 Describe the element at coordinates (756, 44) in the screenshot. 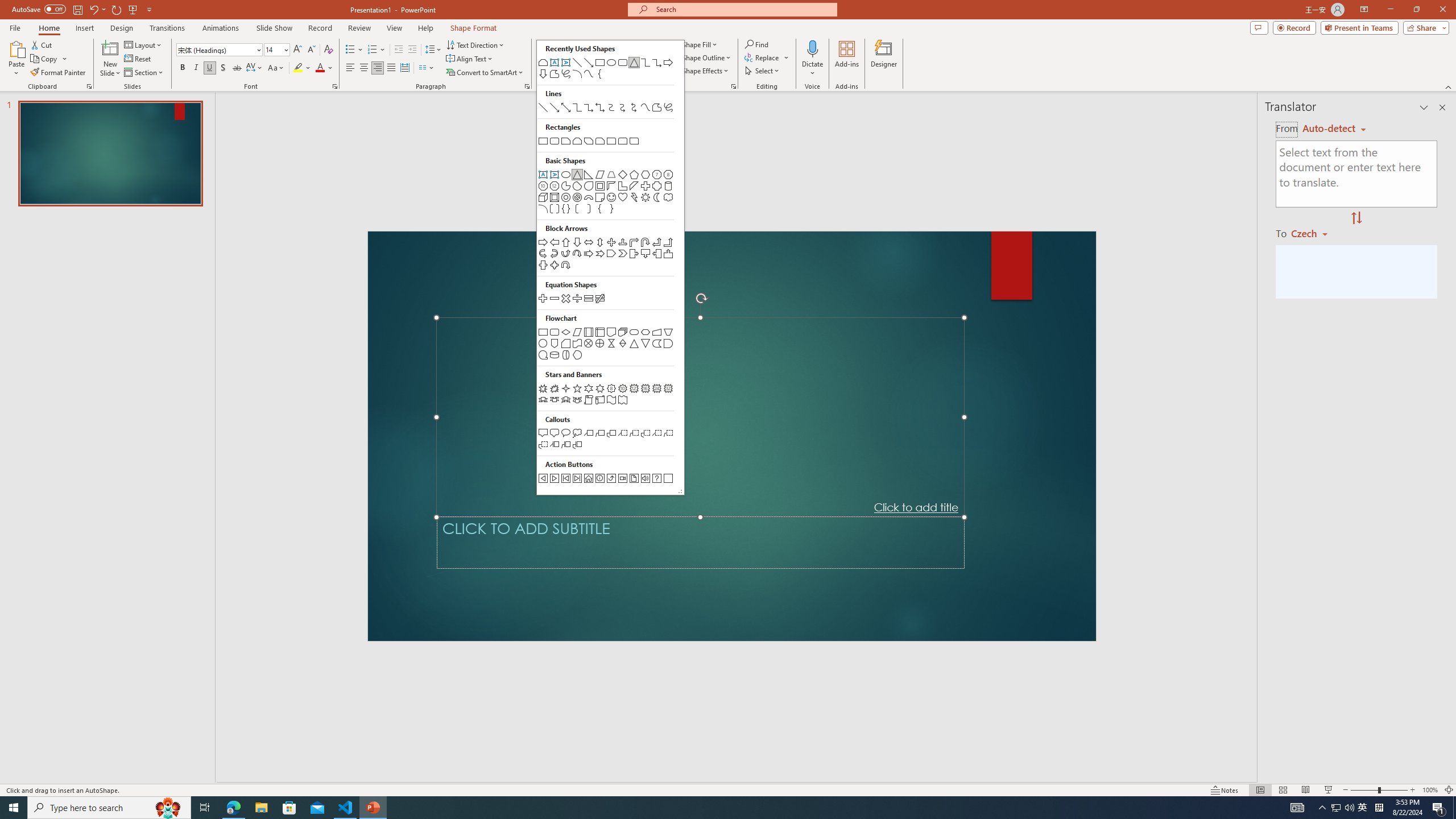

I see `'Find...'` at that location.